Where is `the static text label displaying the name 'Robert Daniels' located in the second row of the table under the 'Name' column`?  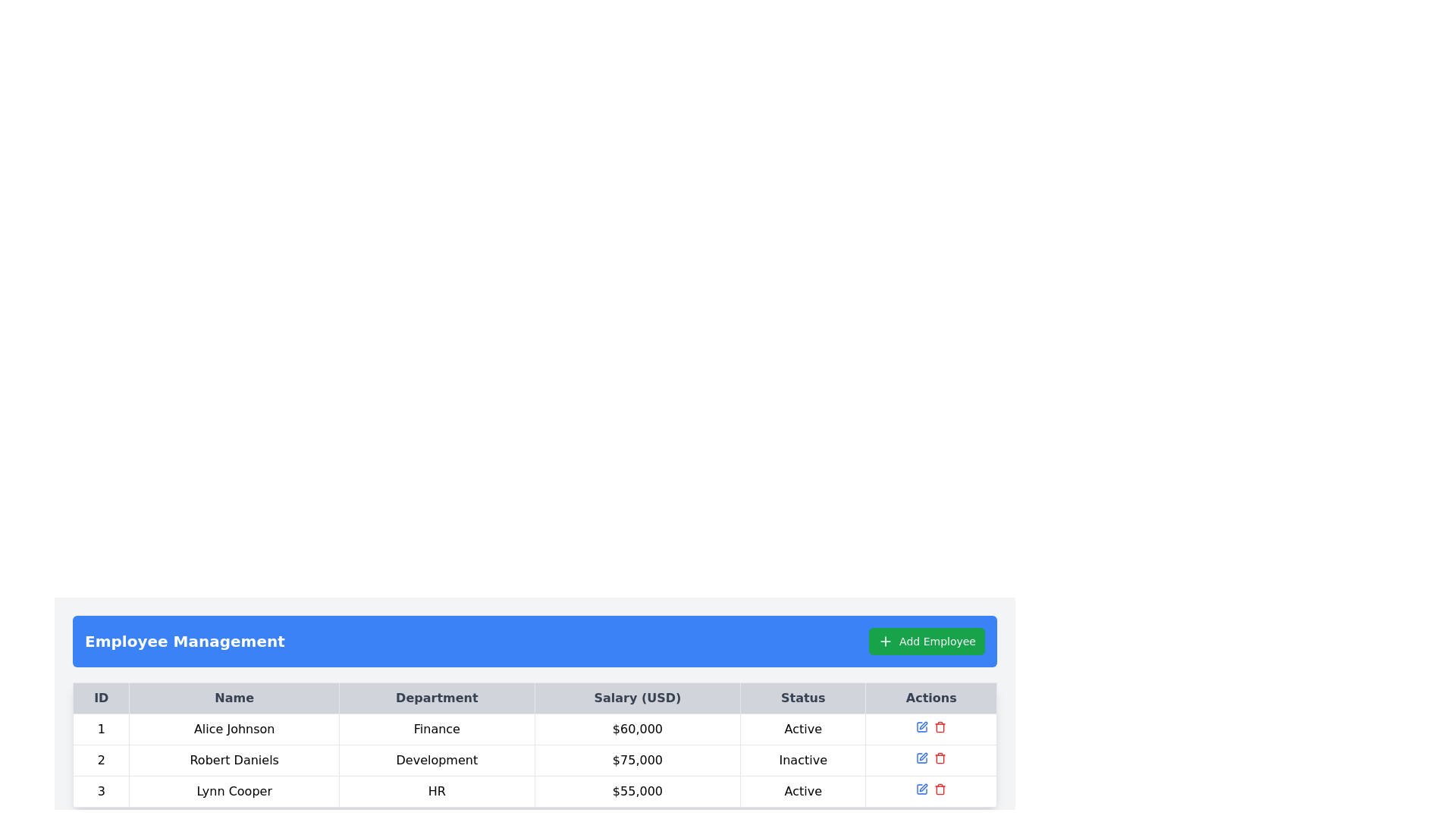 the static text label displaying the name 'Robert Daniels' located in the second row of the table under the 'Name' column is located at coordinates (234, 760).